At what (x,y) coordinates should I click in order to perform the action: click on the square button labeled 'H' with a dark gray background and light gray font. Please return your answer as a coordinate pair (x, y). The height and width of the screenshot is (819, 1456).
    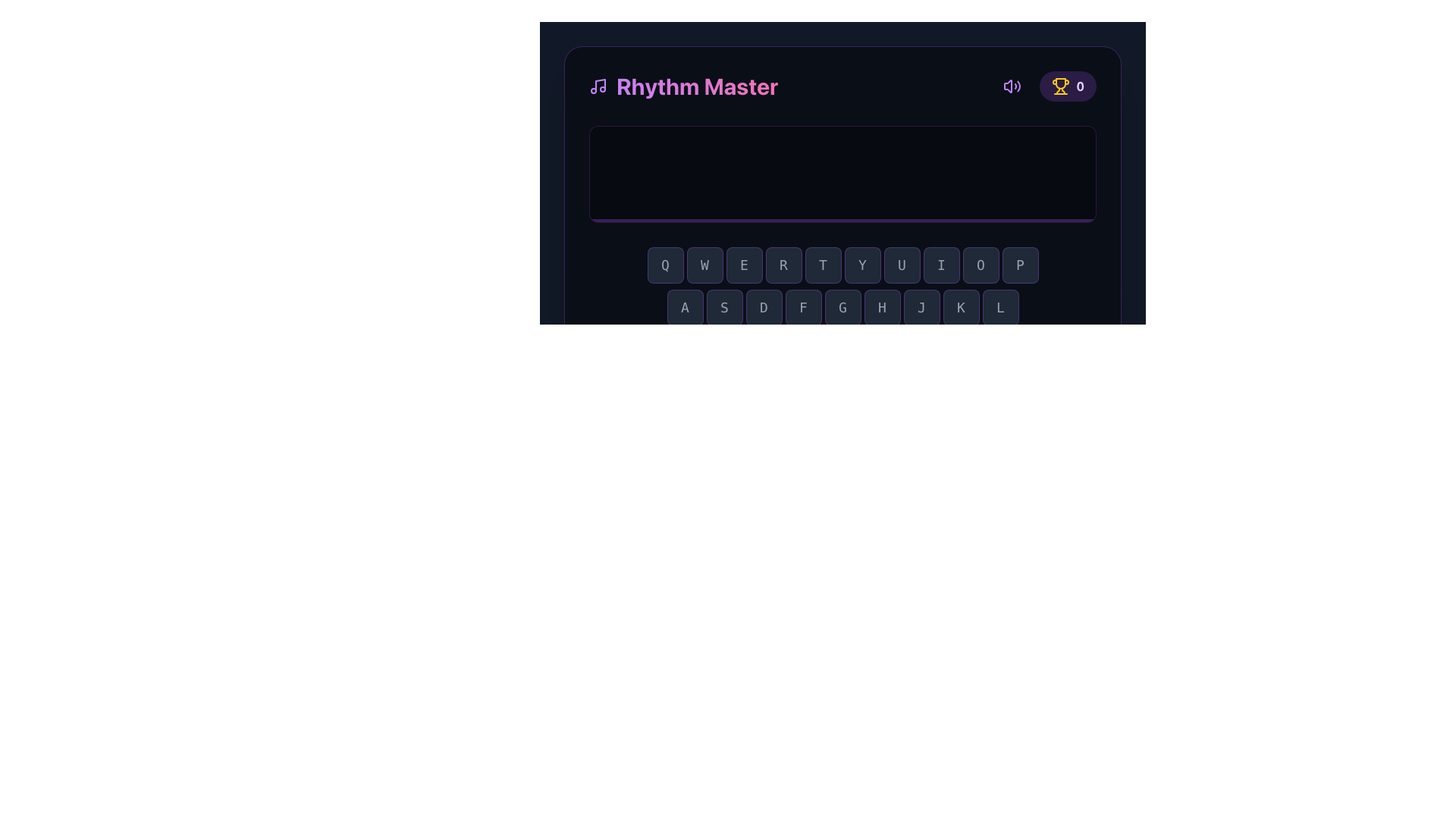
    Looking at the image, I should click on (882, 307).